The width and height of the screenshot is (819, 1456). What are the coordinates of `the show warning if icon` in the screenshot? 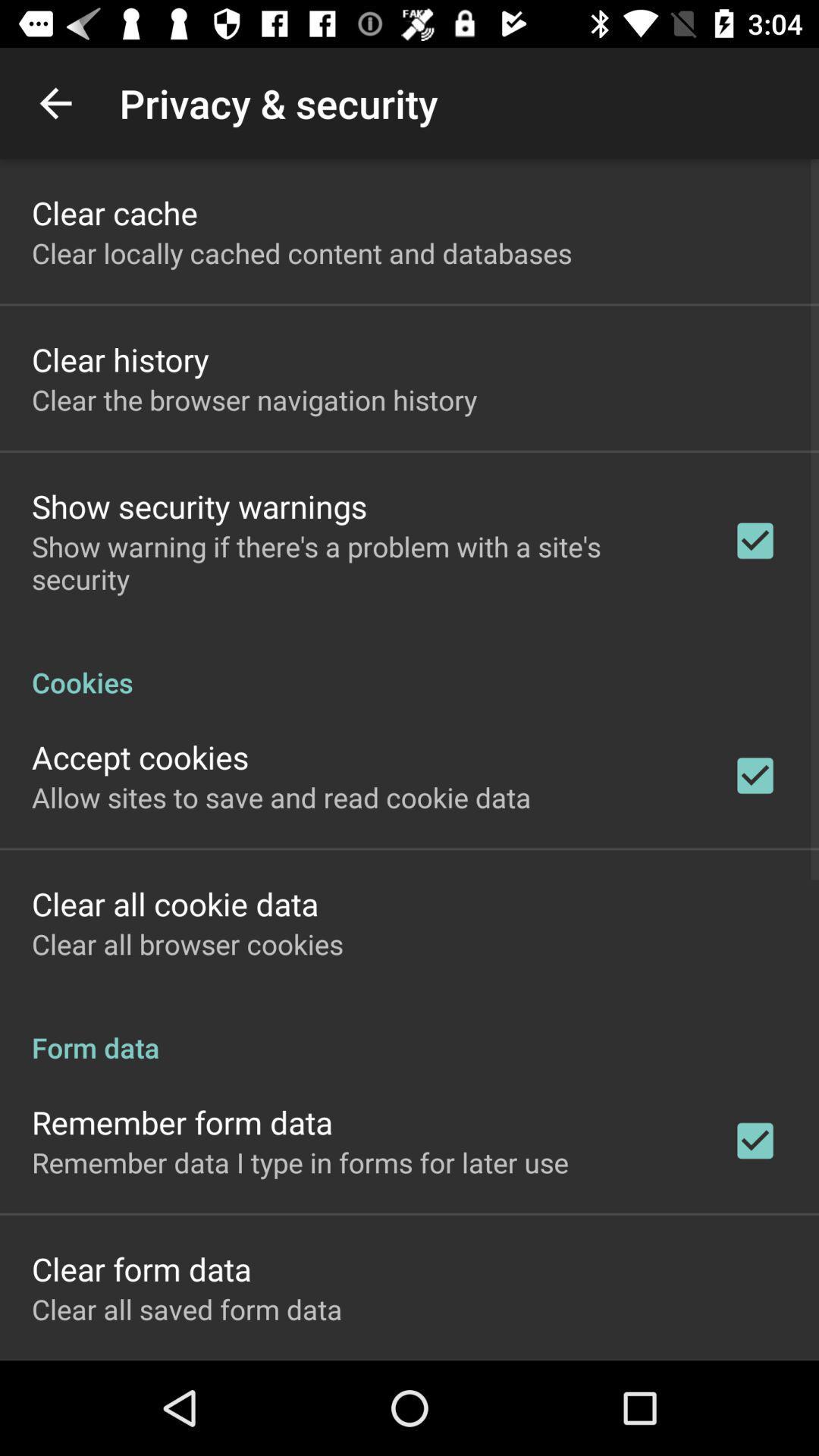 It's located at (362, 562).